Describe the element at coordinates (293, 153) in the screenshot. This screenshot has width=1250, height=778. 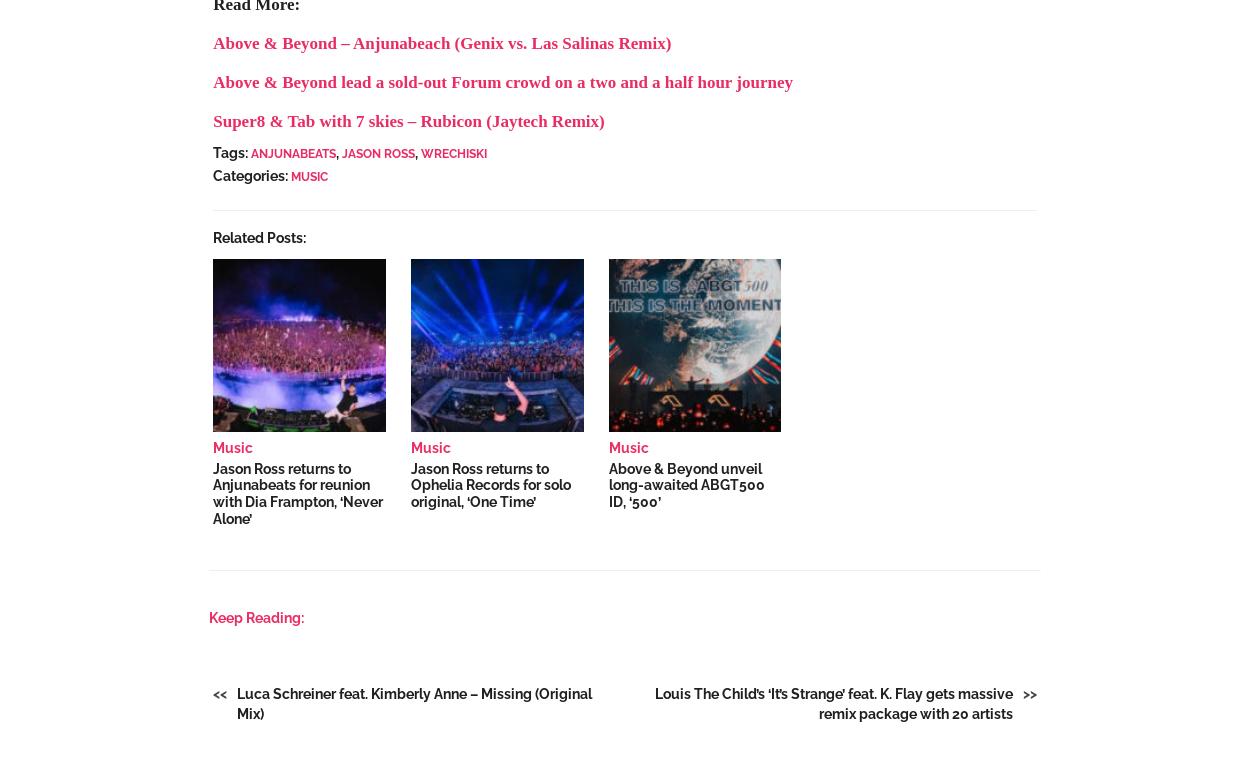
I see `'Anjunabeats'` at that location.